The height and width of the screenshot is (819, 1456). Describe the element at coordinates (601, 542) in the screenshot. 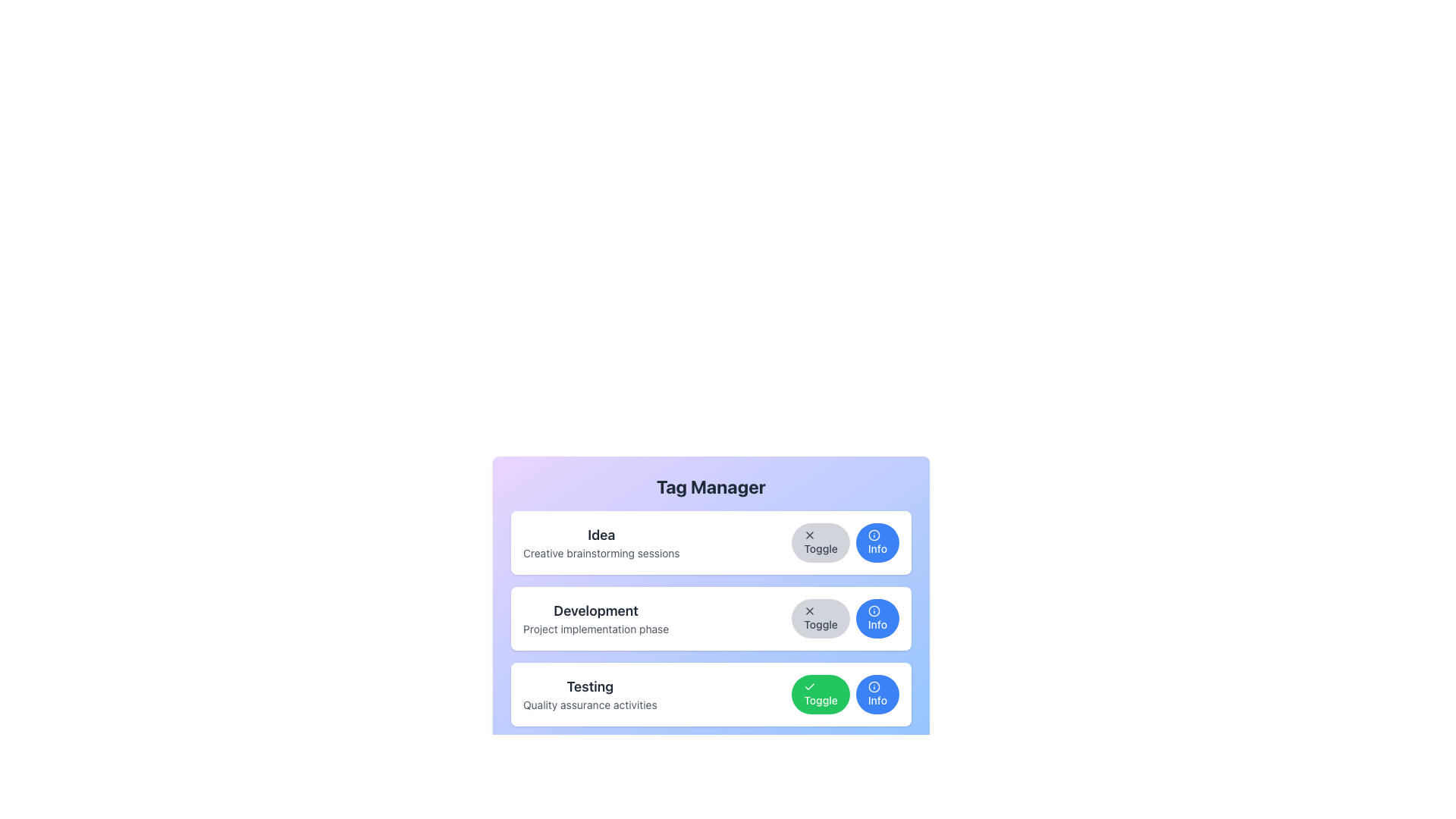

I see `the static text block labeled 'Idea' with the description 'Creative brainstorming sessions', located in the topmost card under 'Tag Manager'` at that location.